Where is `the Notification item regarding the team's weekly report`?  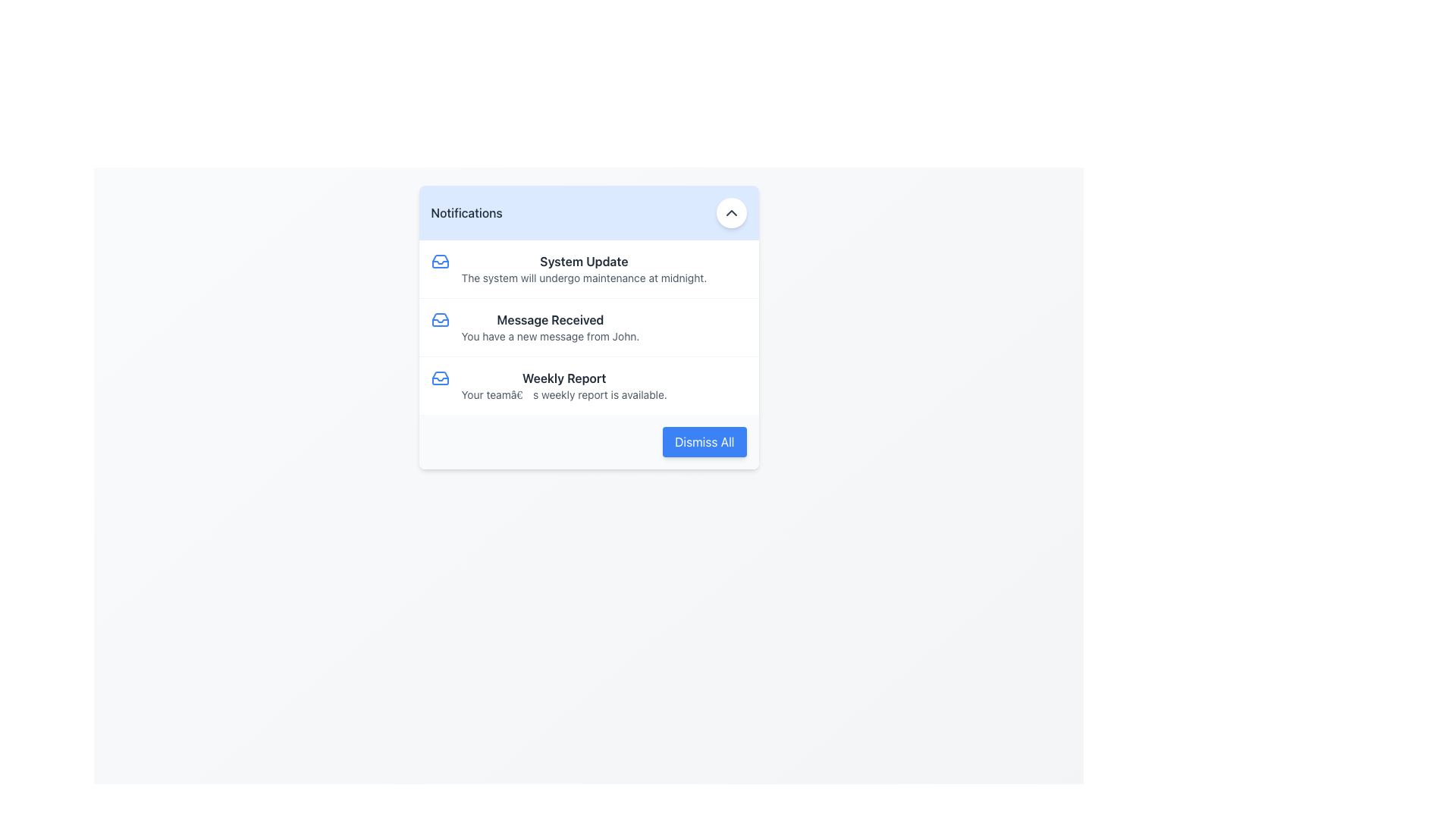
the Notification item regarding the team's weekly report is located at coordinates (588, 384).